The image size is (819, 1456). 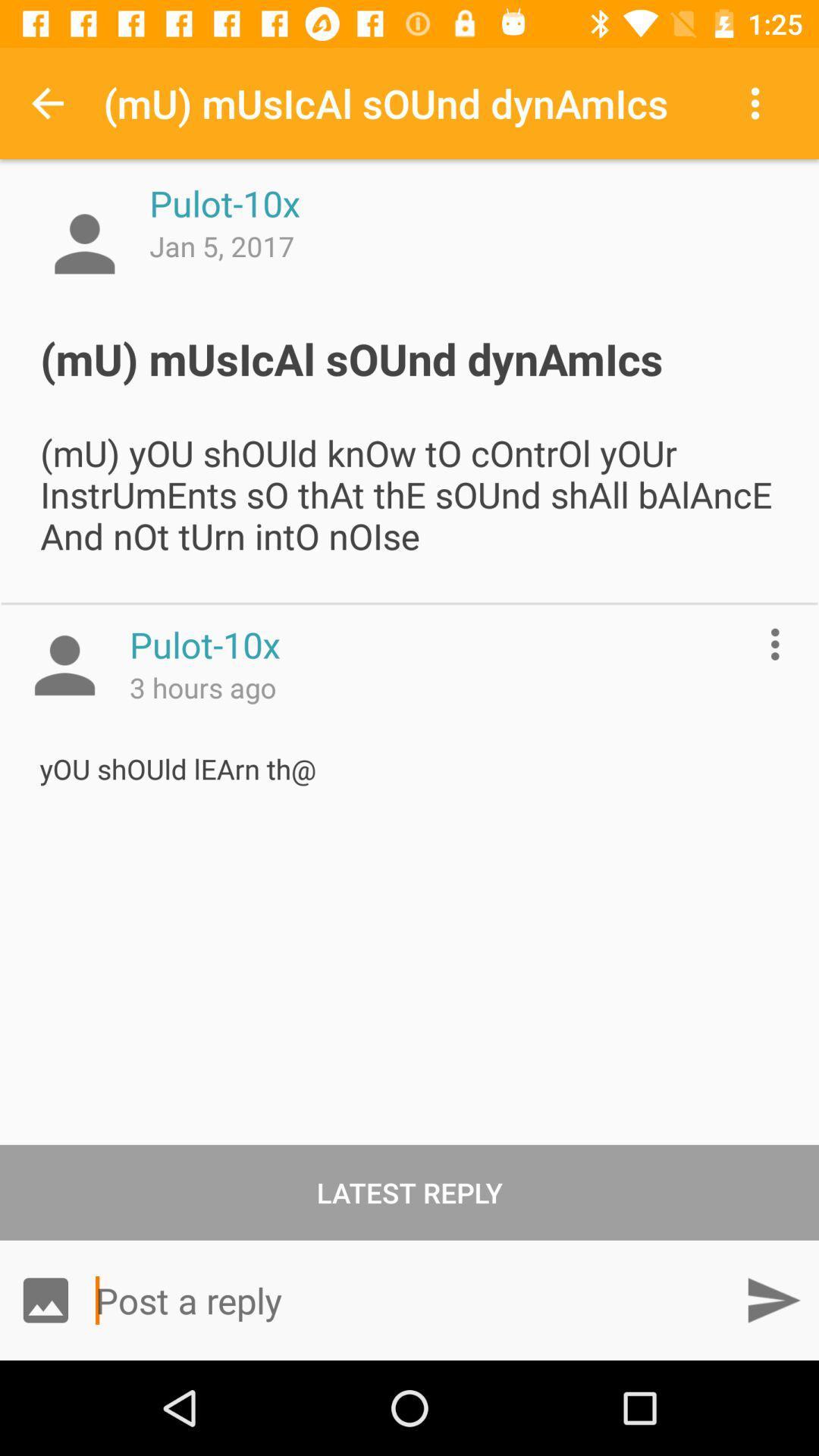 I want to click on icon below latest reply item, so click(x=409, y=1299).